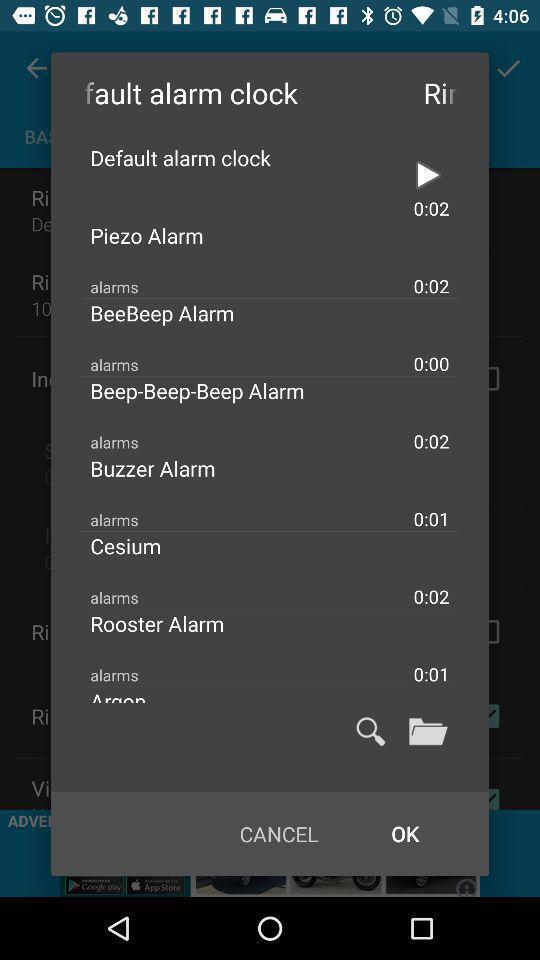 The image size is (540, 960). I want to click on music play the option, so click(427, 174).